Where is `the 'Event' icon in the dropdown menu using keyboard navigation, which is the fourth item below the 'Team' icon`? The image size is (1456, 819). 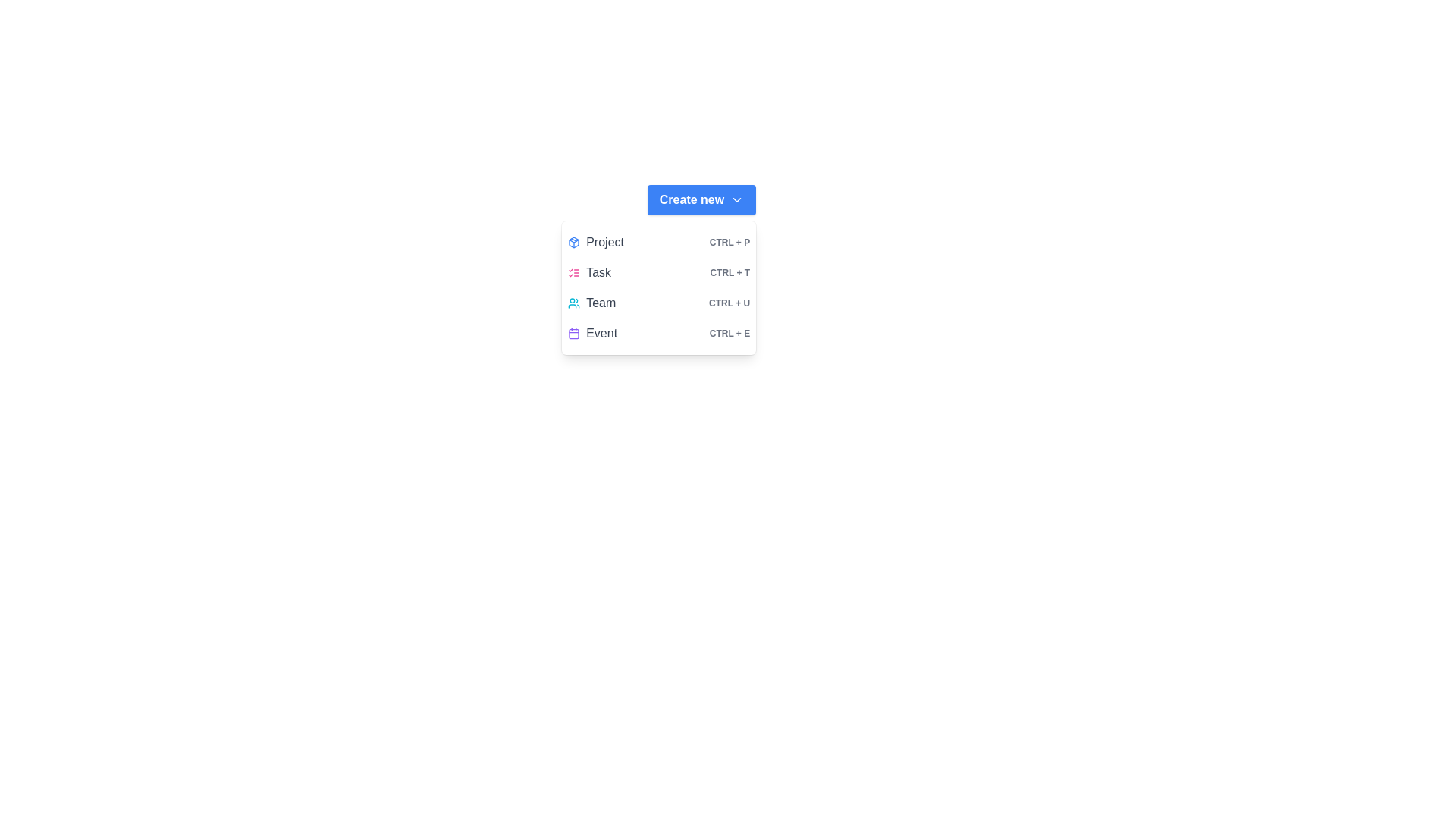
the 'Event' icon in the dropdown menu using keyboard navigation, which is the fourth item below the 'Team' icon is located at coordinates (573, 333).